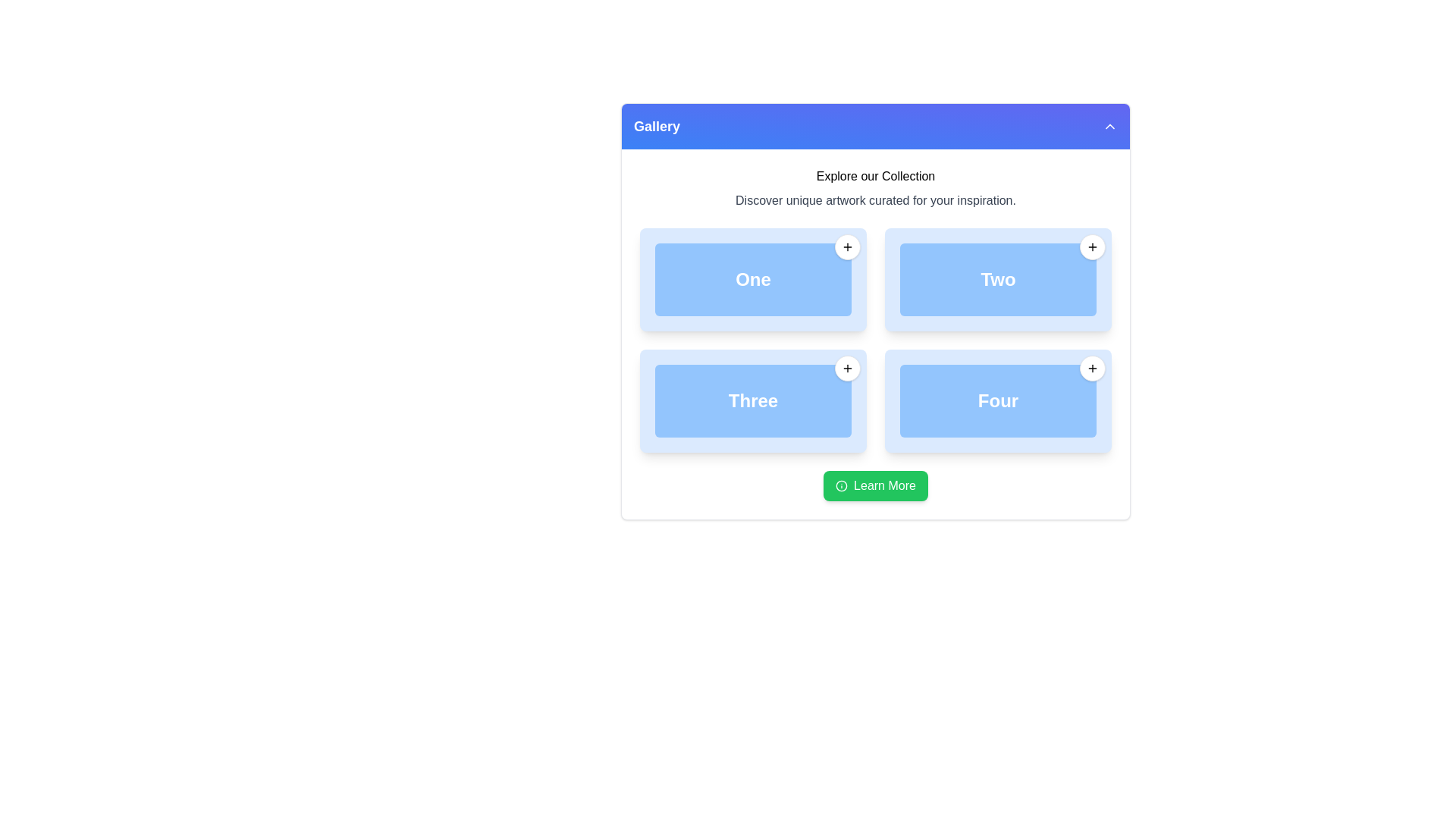 The image size is (1456, 819). Describe the element at coordinates (841, 485) in the screenshot. I see `the leftmost icon within the green button located at the bottom center of the interface, which indicates additional information about the 'Learn More' button` at that location.